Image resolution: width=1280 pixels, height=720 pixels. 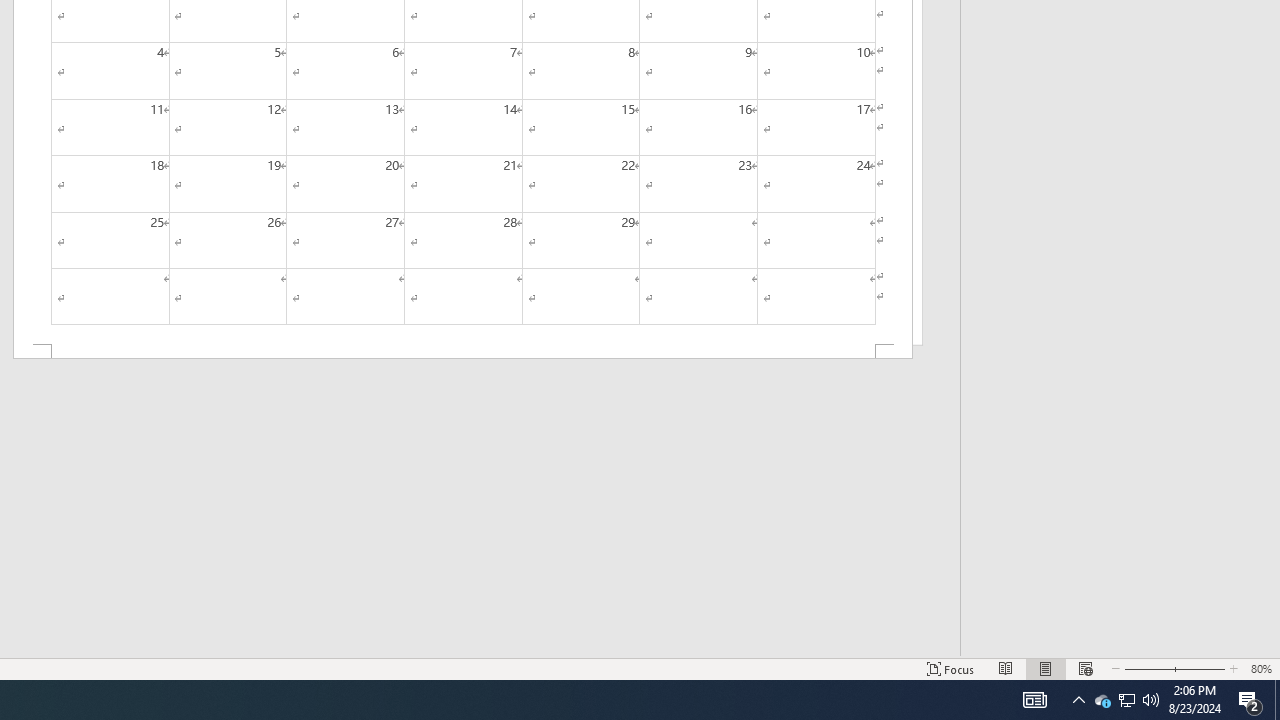 What do you see at coordinates (1085, 669) in the screenshot?
I see `'Web Layout'` at bounding box center [1085, 669].